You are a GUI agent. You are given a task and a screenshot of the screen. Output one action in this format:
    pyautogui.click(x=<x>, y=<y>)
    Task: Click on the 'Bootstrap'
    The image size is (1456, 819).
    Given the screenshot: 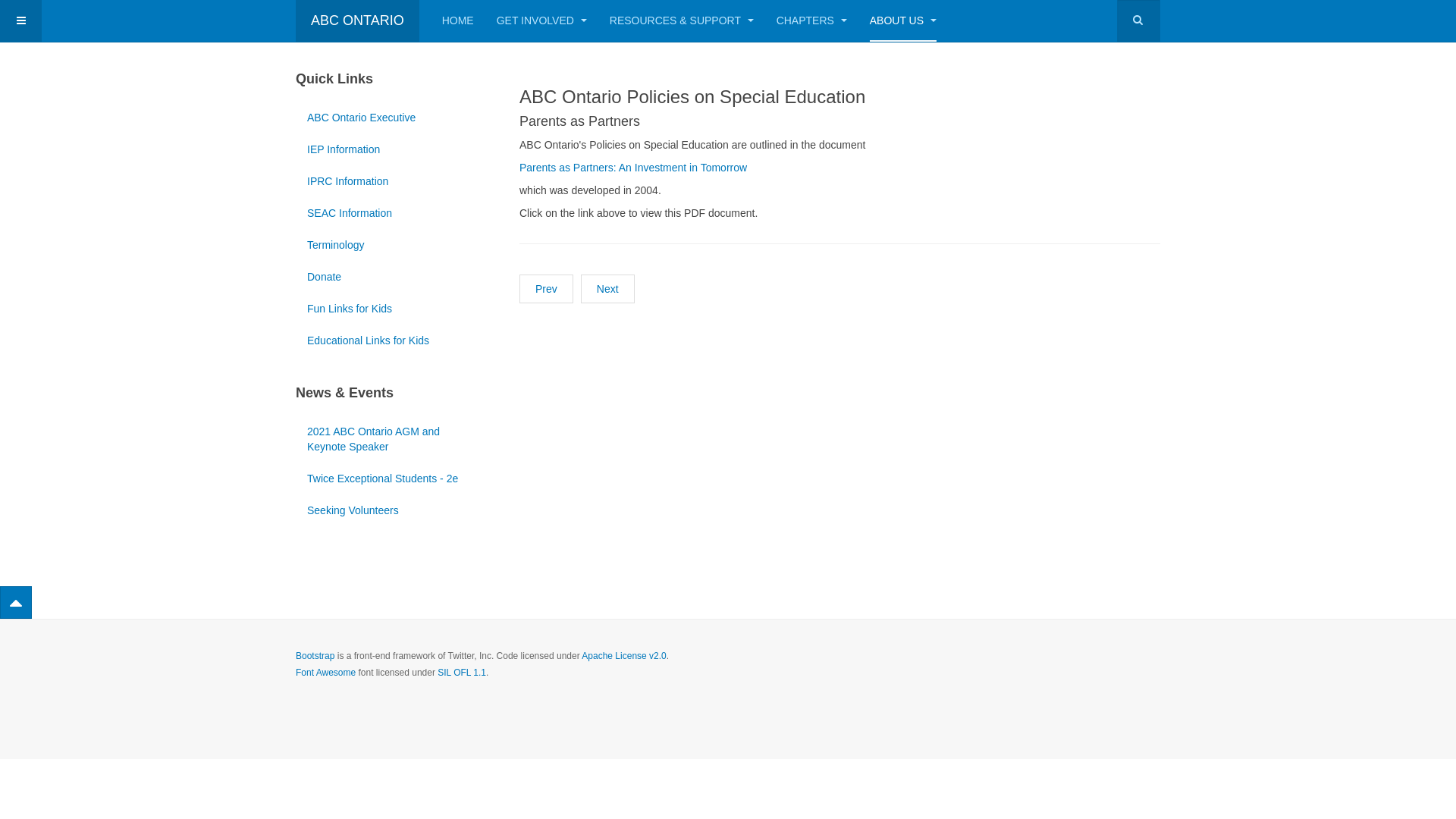 What is the action you would take?
    pyautogui.click(x=314, y=654)
    